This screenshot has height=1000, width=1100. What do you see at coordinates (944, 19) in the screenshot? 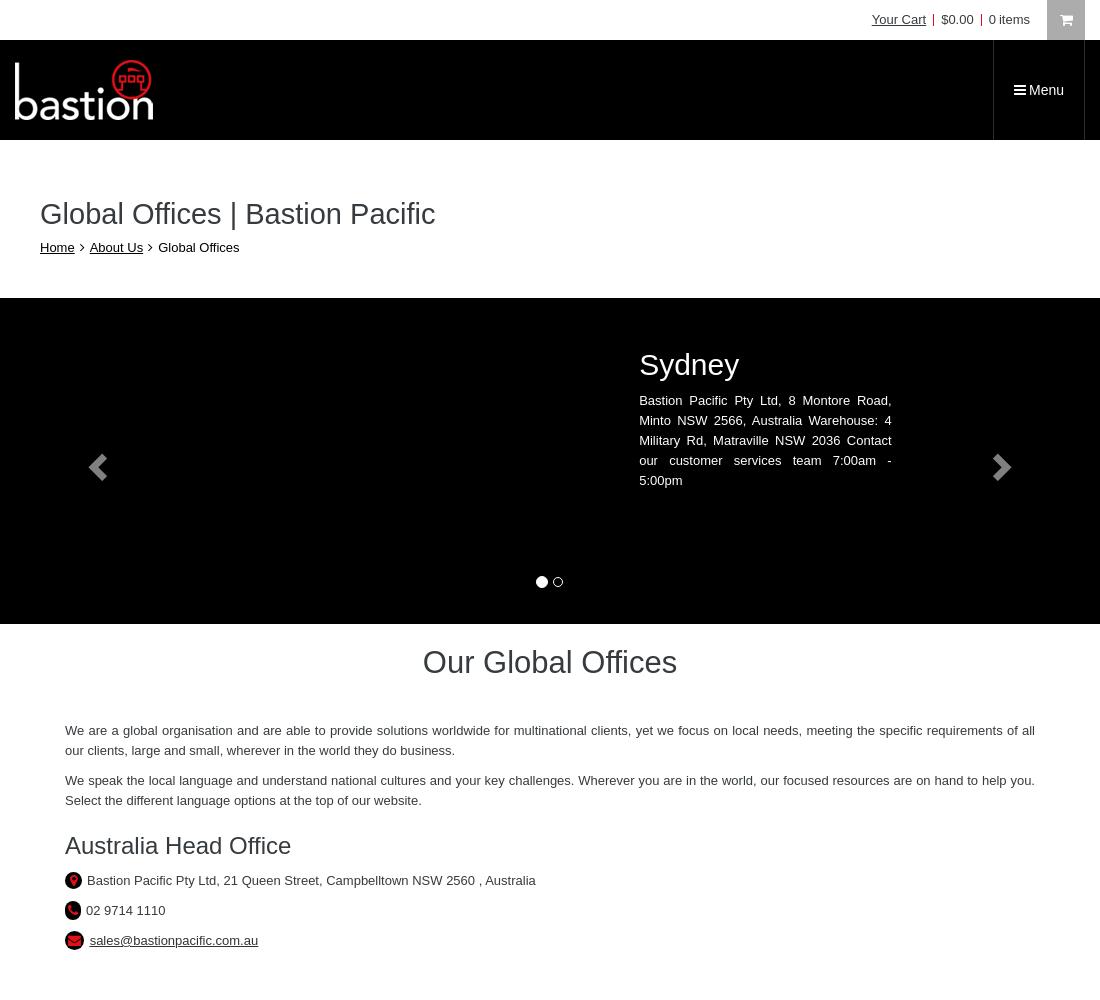
I see `'$'` at bounding box center [944, 19].